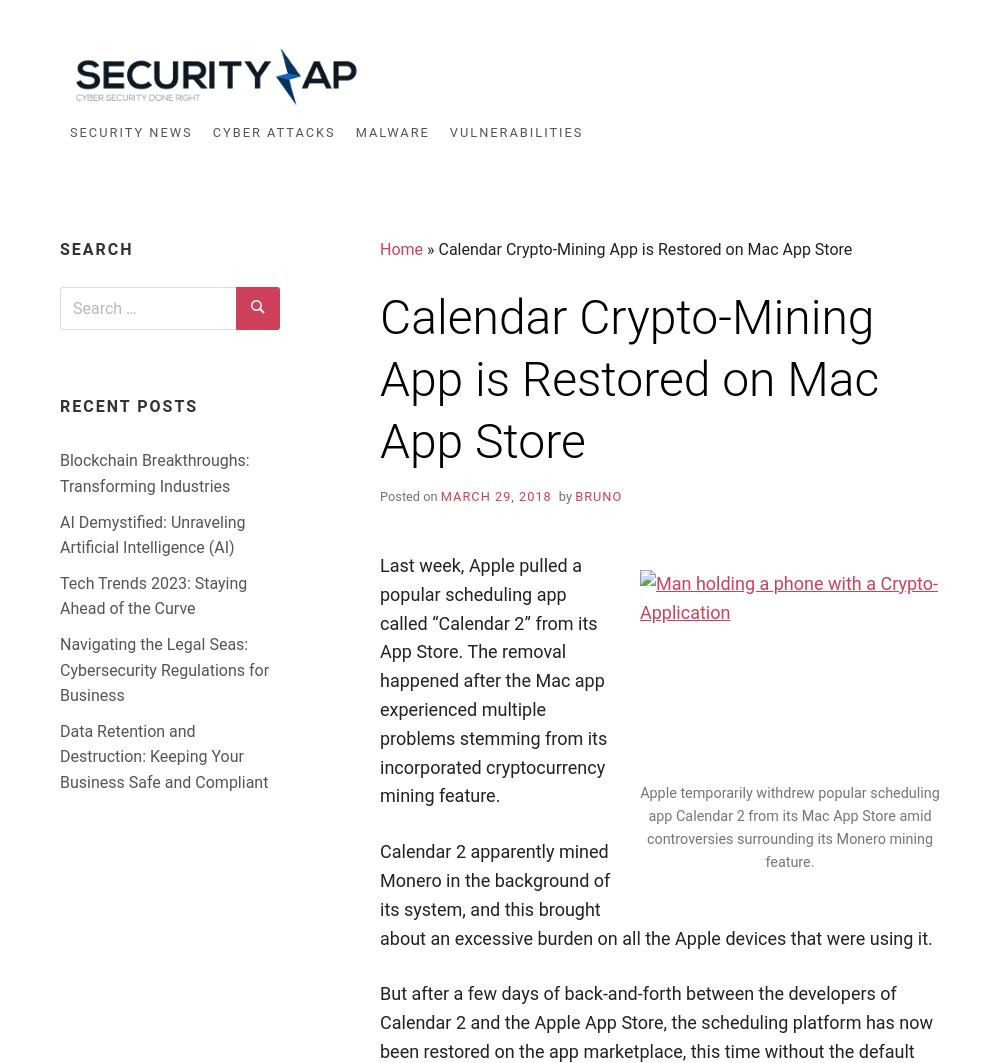 The height and width of the screenshot is (1063, 1000). What do you see at coordinates (164, 668) in the screenshot?
I see `'Navigating the Legal Seas: Cybersecurity Regulations for Business'` at bounding box center [164, 668].